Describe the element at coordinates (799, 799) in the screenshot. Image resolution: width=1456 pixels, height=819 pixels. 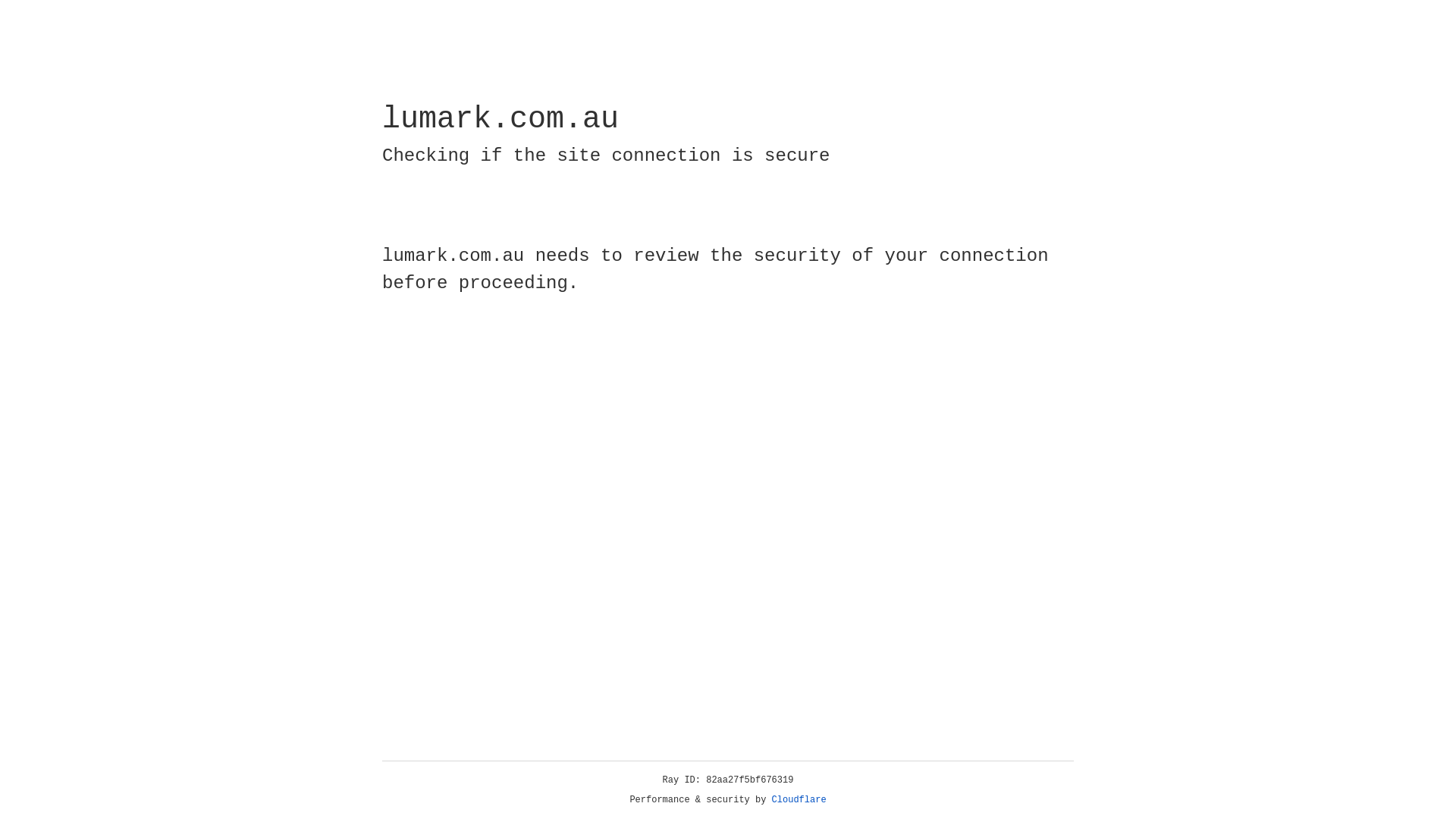
I see `'Cloudflare'` at that location.